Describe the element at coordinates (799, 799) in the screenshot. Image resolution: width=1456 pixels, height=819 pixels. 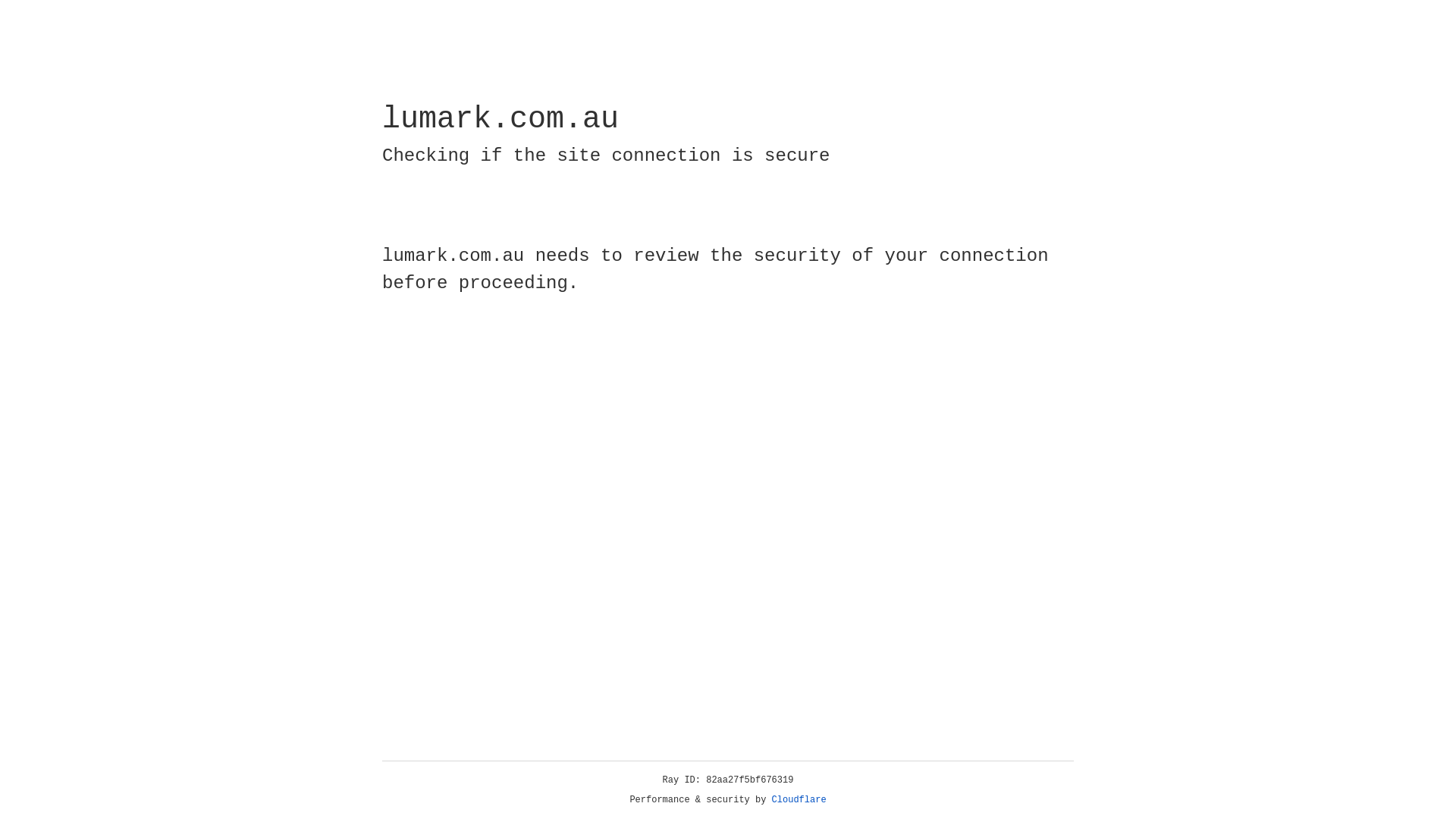
I see `'Cloudflare'` at that location.